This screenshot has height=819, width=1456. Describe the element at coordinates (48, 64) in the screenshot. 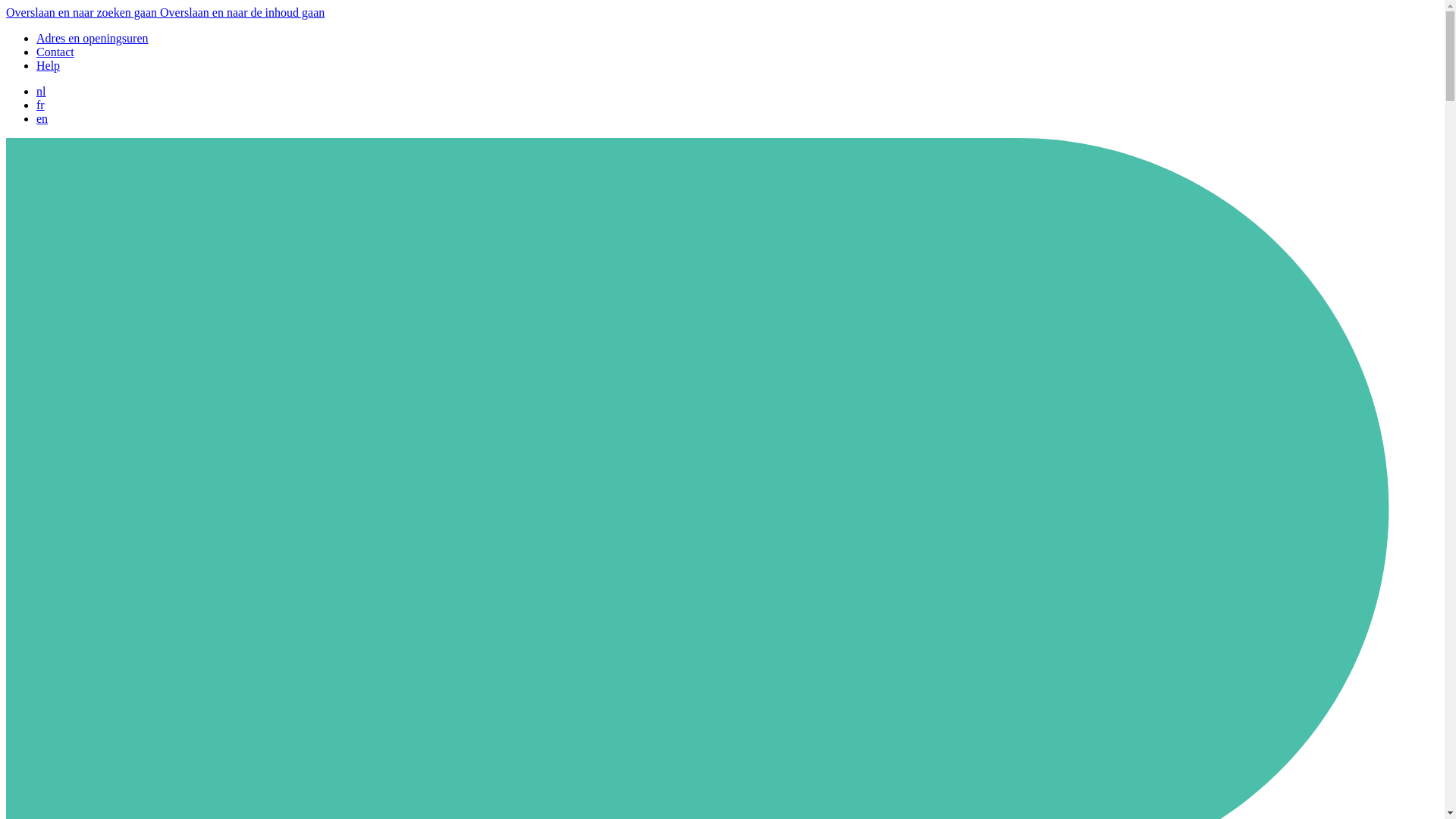

I see `'Help'` at that location.